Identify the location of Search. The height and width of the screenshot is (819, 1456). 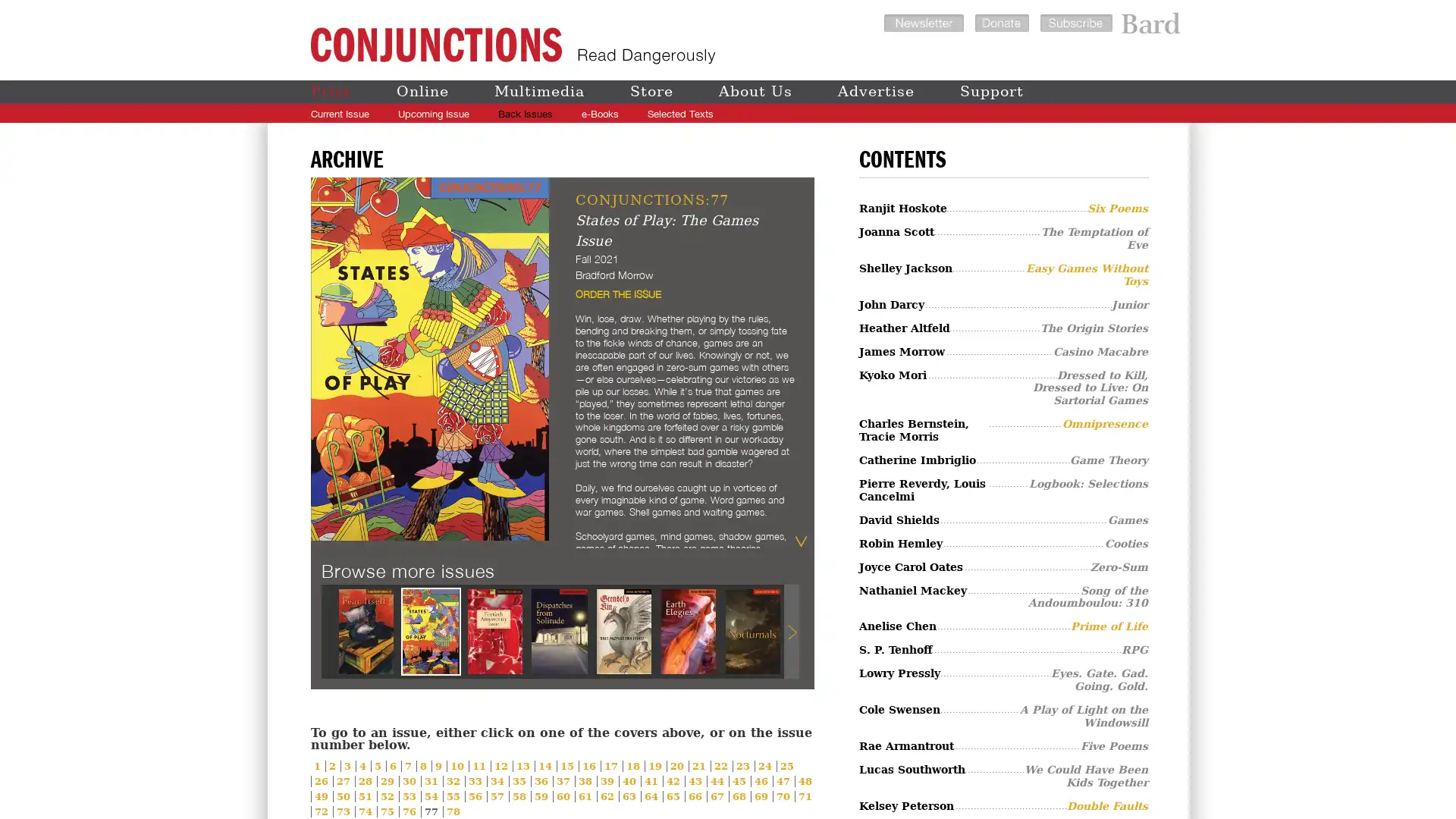
(1140, 113).